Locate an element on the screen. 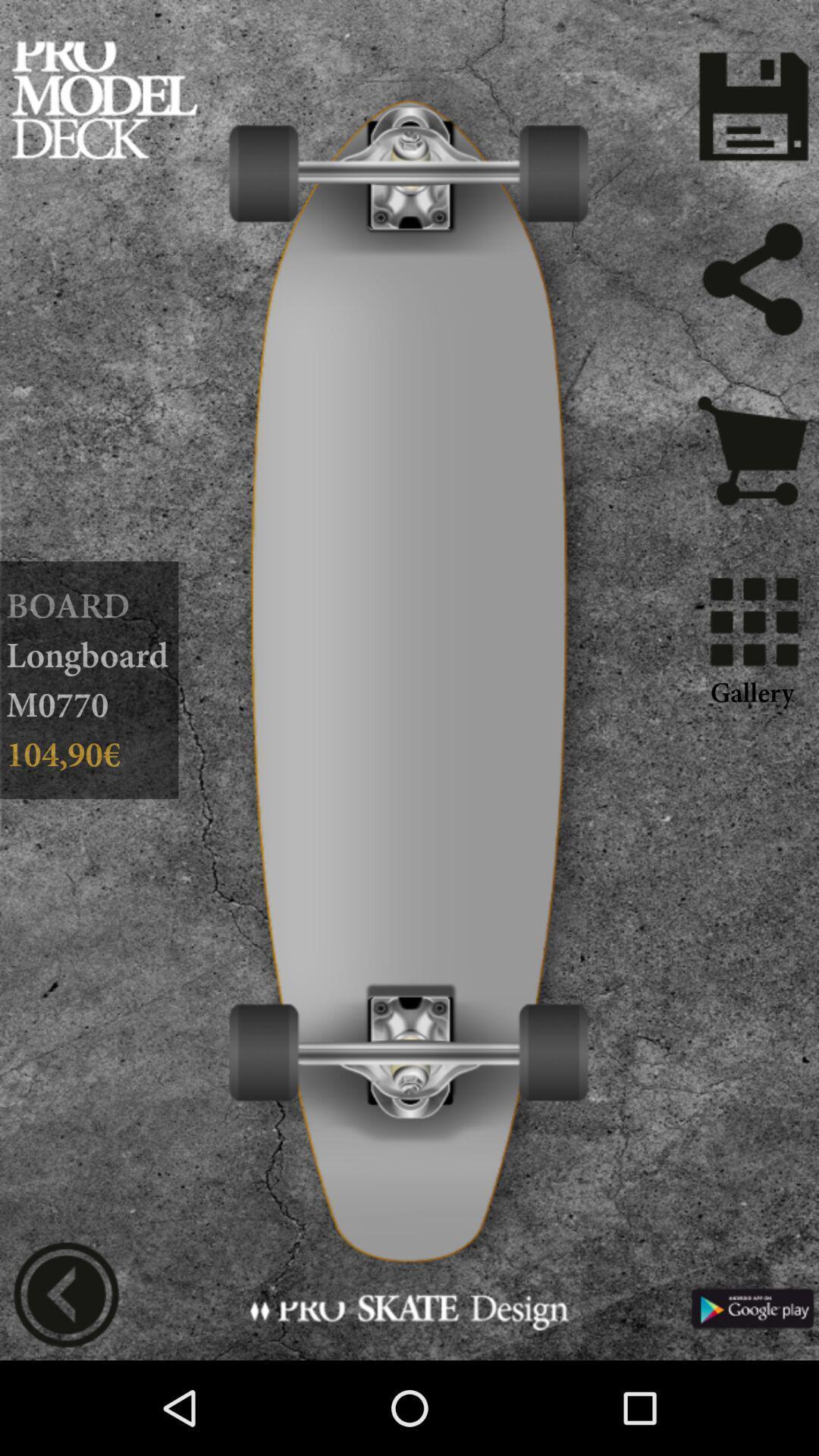  the dialpad icon is located at coordinates (752, 658).